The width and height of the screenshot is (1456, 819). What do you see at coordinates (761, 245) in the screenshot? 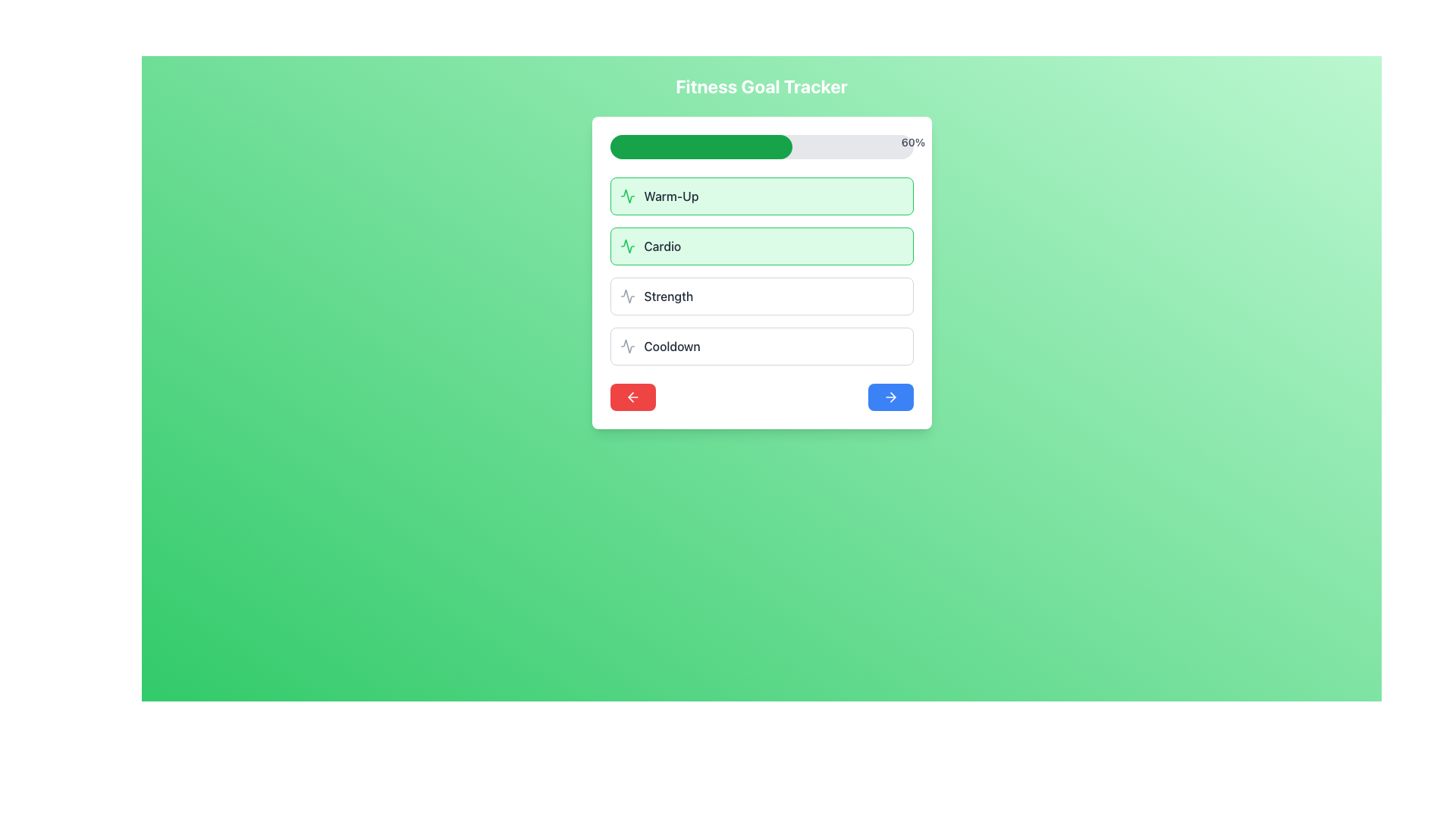
I see `the 'Cardio' button in the Fitness Goal Tracker` at bounding box center [761, 245].